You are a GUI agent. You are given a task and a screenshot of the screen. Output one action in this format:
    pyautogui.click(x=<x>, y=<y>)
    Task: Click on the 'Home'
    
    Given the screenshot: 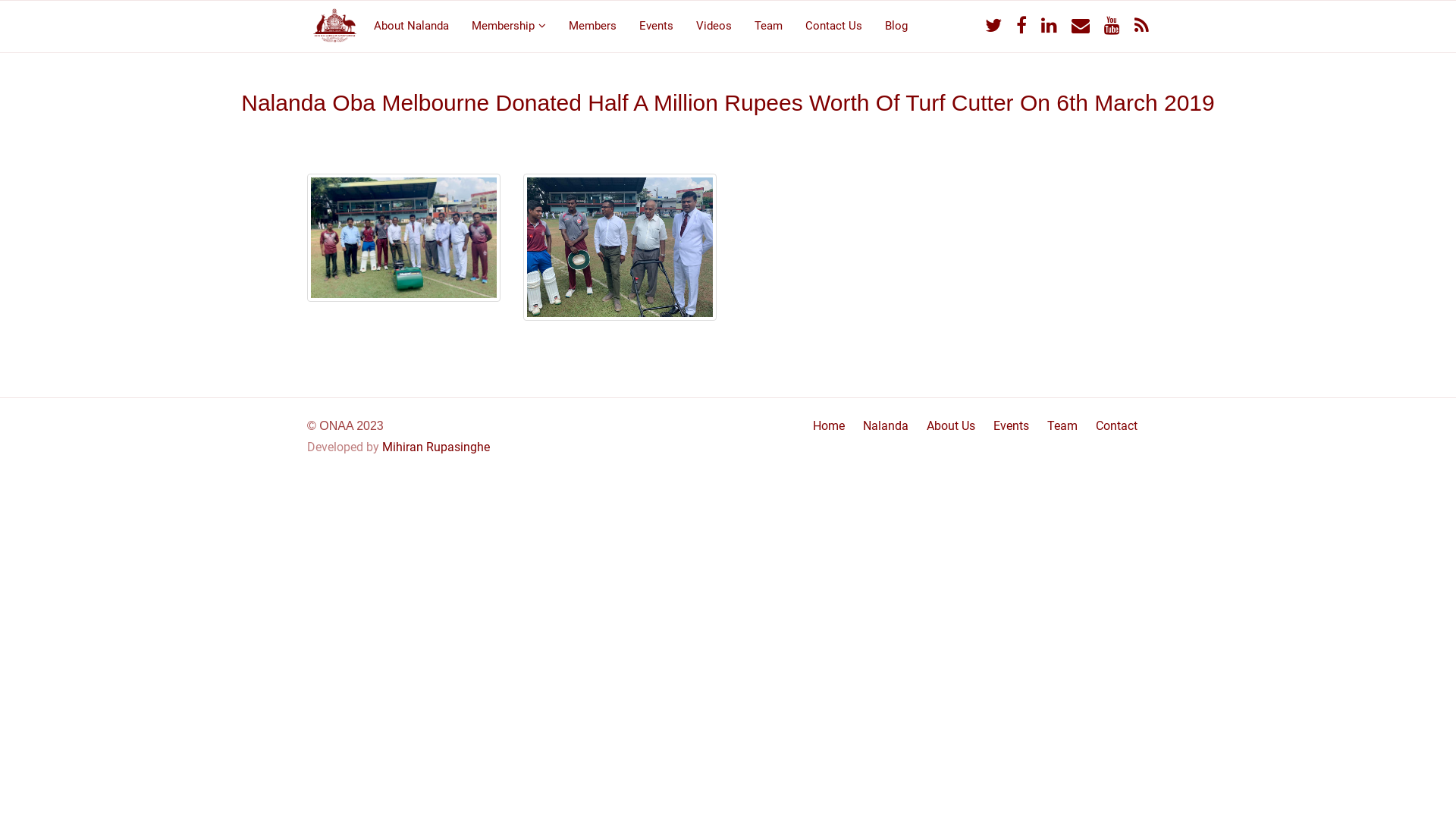 What is the action you would take?
    pyautogui.click(x=828, y=425)
    